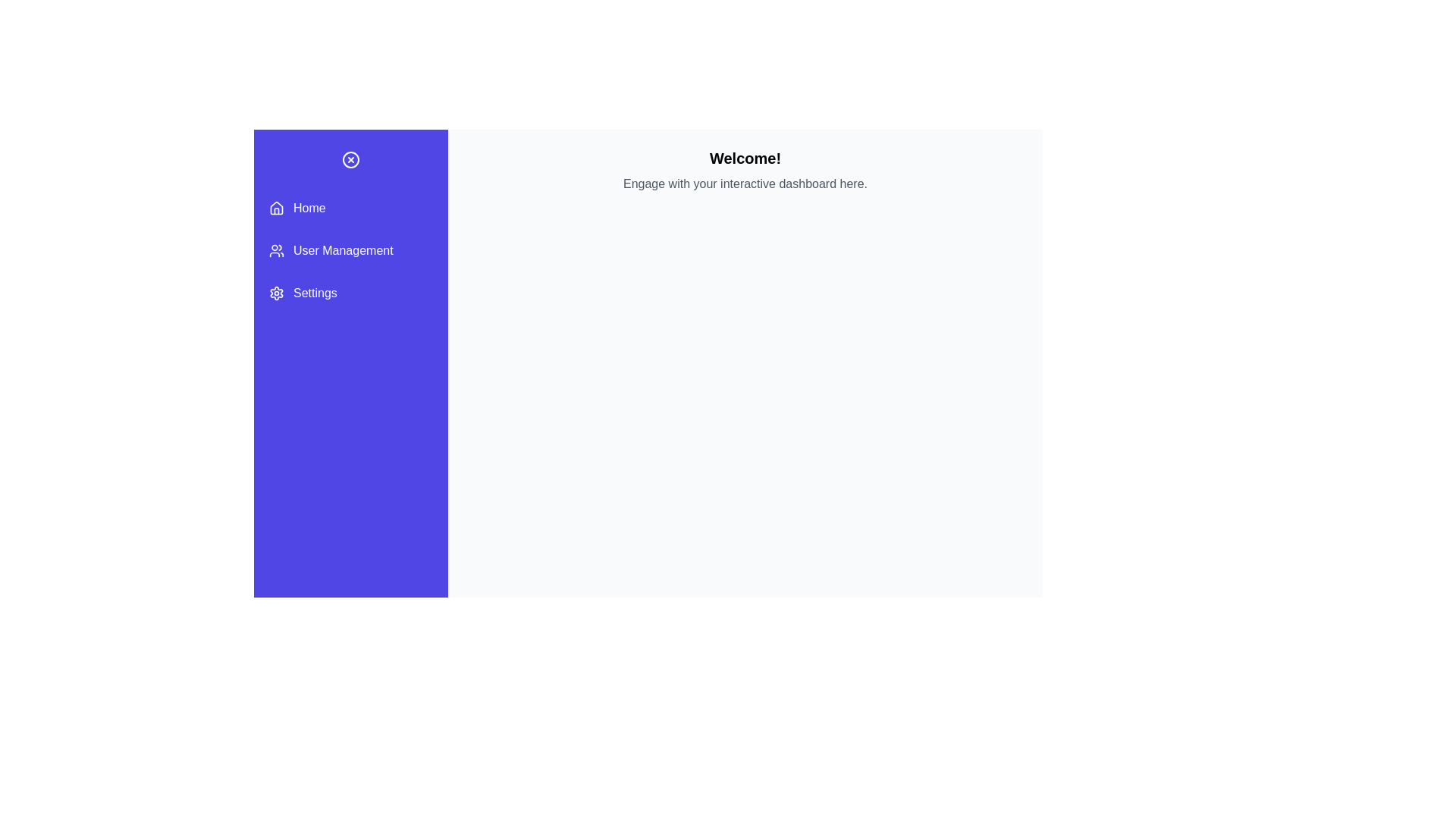  I want to click on the button at the top-left corner of the drawer to toggle its state, so click(350, 160).